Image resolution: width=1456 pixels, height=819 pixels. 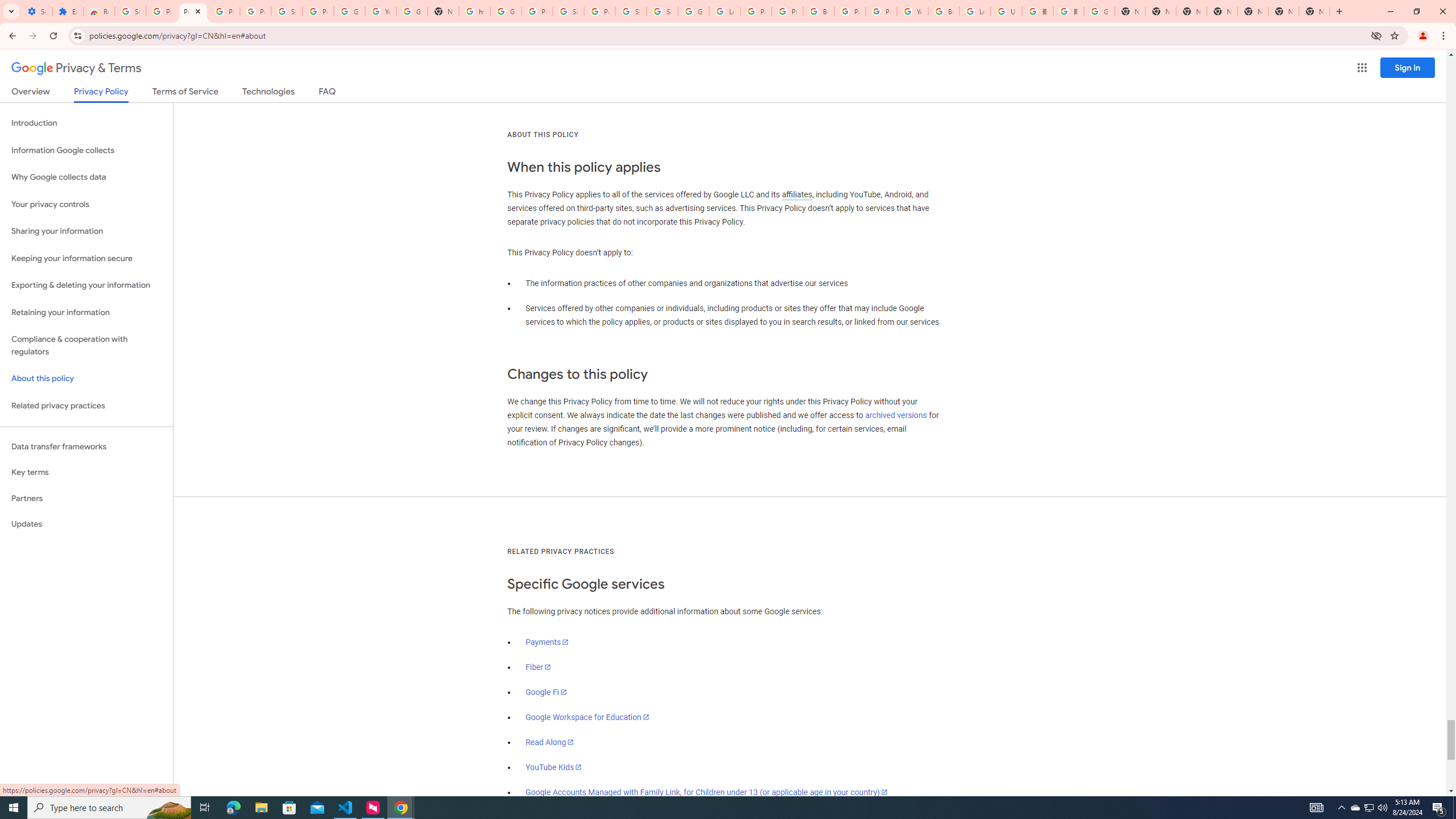 I want to click on 'https://scholar.google.com/', so click(x=474, y=11).